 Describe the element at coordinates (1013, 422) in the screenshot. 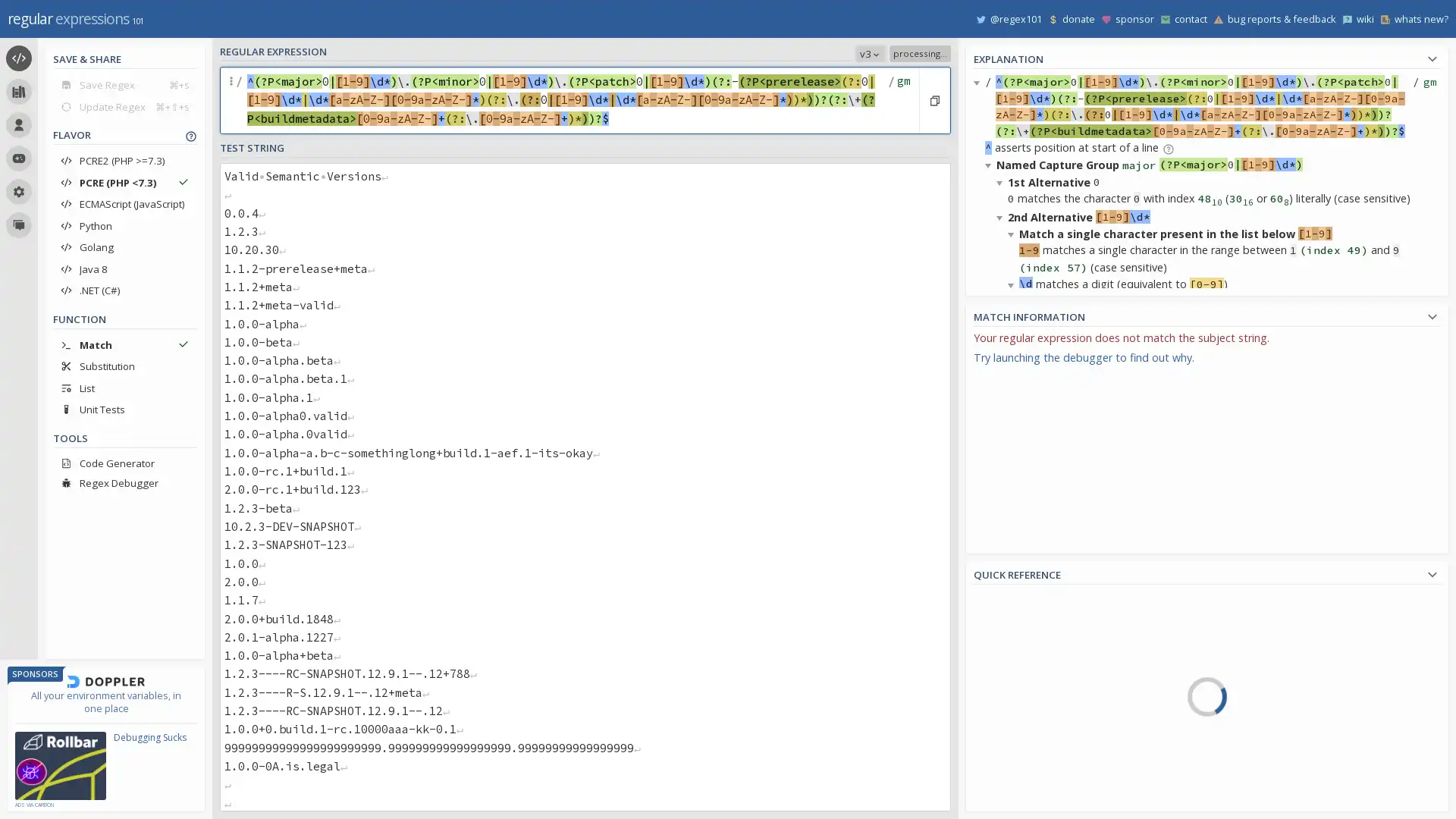

I see `Collapse Subtree` at that location.